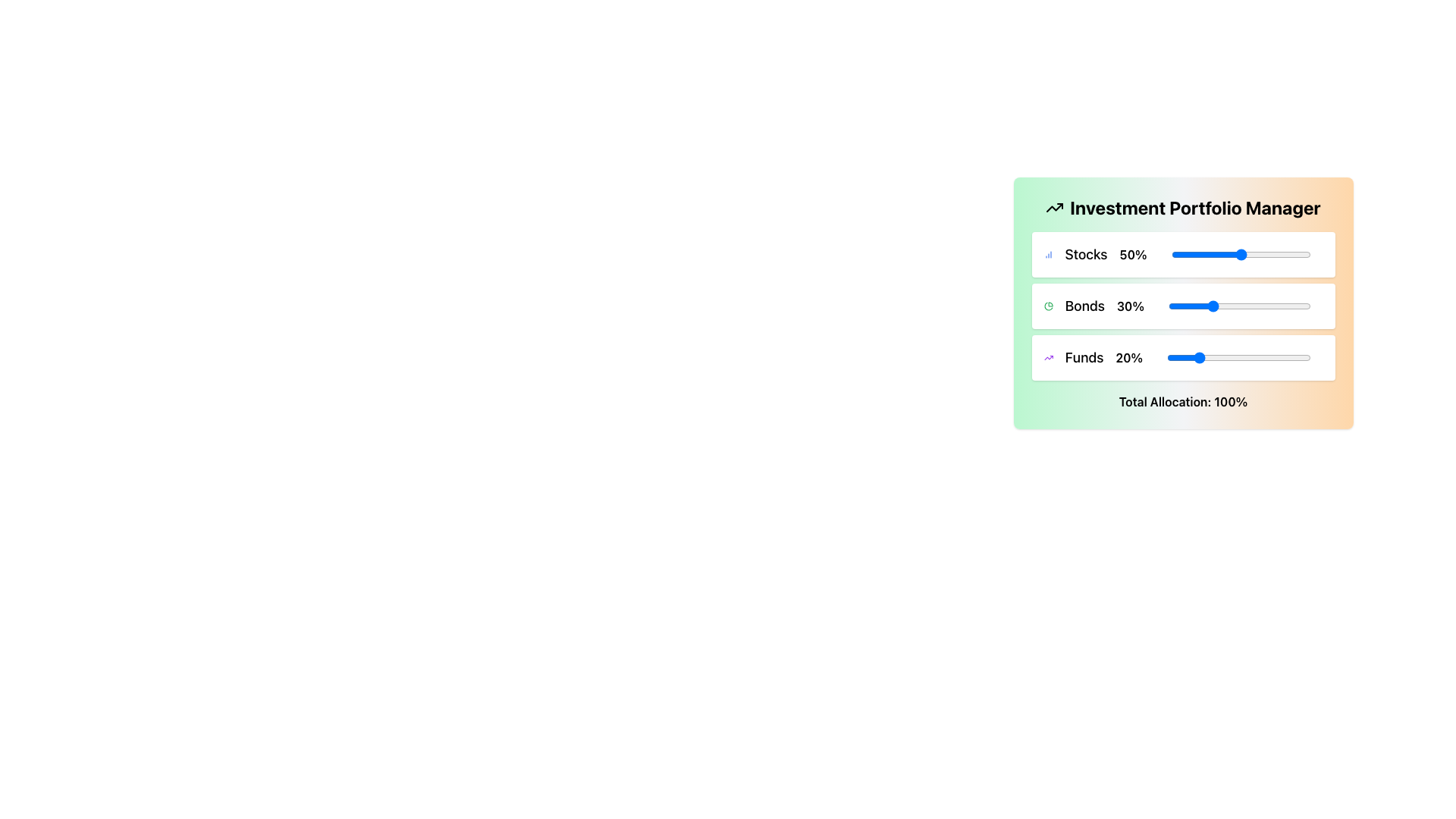 This screenshot has height=819, width=1456. What do you see at coordinates (1254, 357) in the screenshot?
I see `the 'Funds' allocation` at bounding box center [1254, 357].